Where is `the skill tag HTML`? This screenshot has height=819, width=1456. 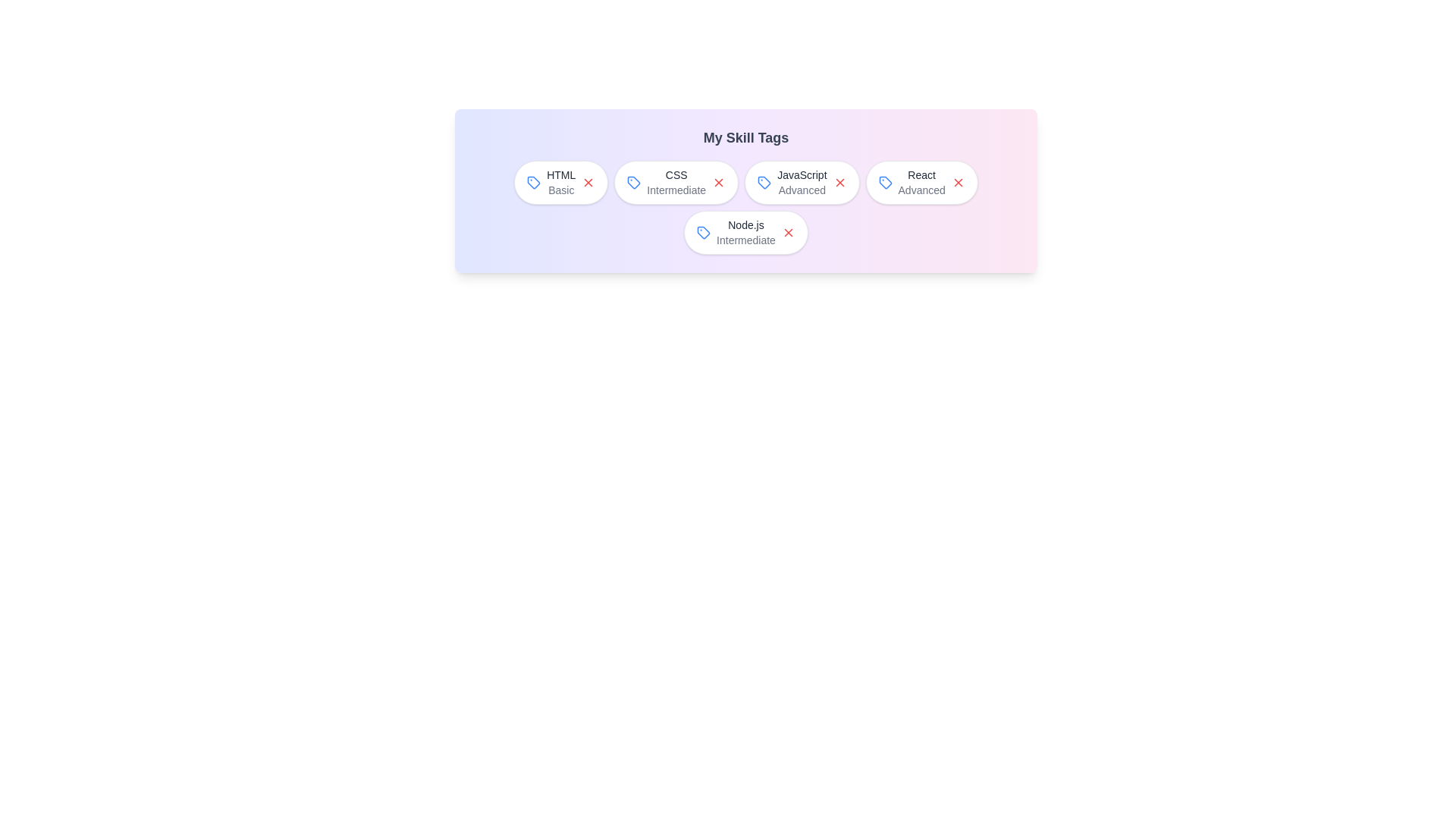
the skill tag HTML is located at coordinates (560, 181).